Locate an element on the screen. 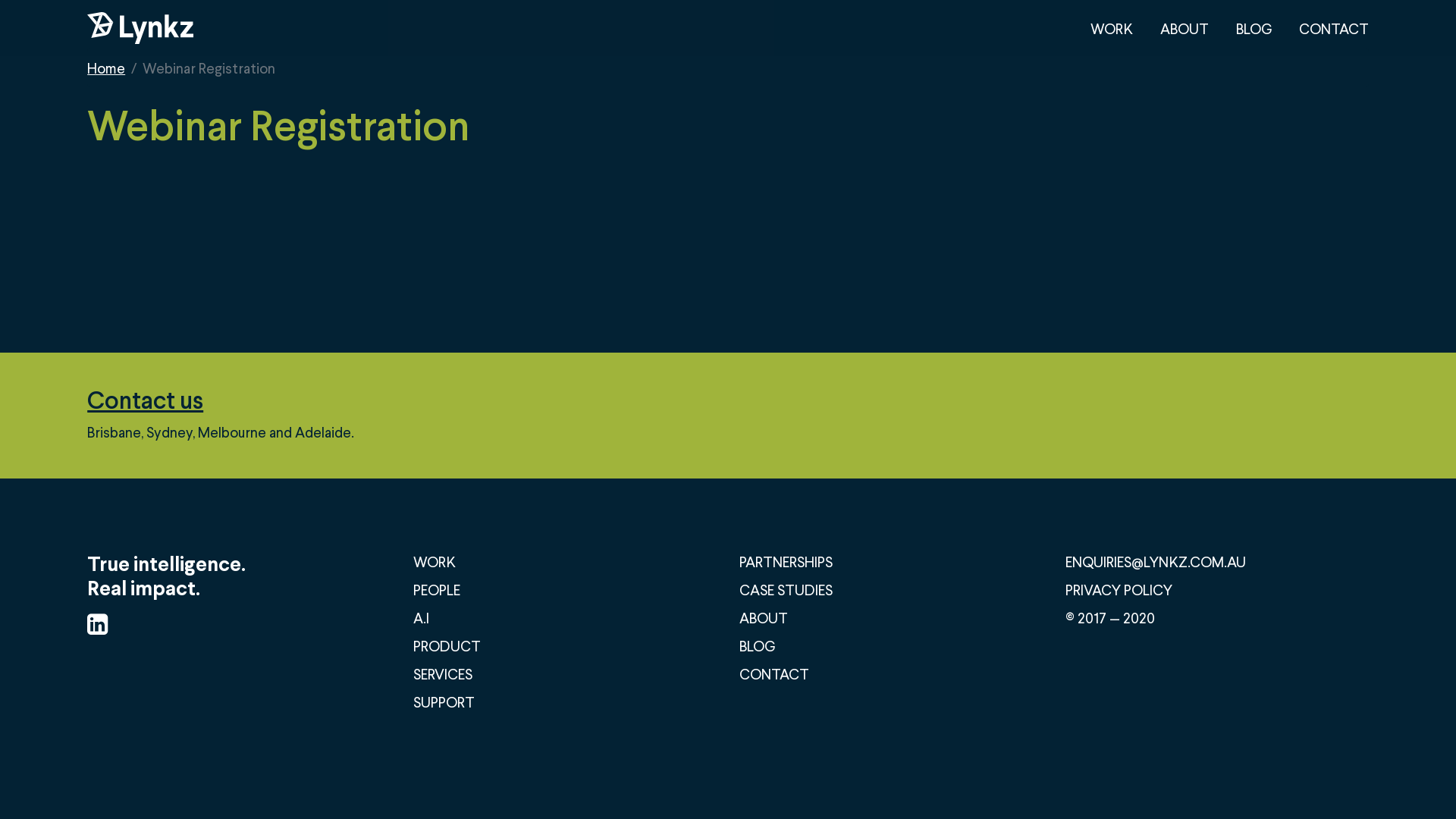 The image size is (1456, 819). 'A.I' is located at coordinates (421, 617).